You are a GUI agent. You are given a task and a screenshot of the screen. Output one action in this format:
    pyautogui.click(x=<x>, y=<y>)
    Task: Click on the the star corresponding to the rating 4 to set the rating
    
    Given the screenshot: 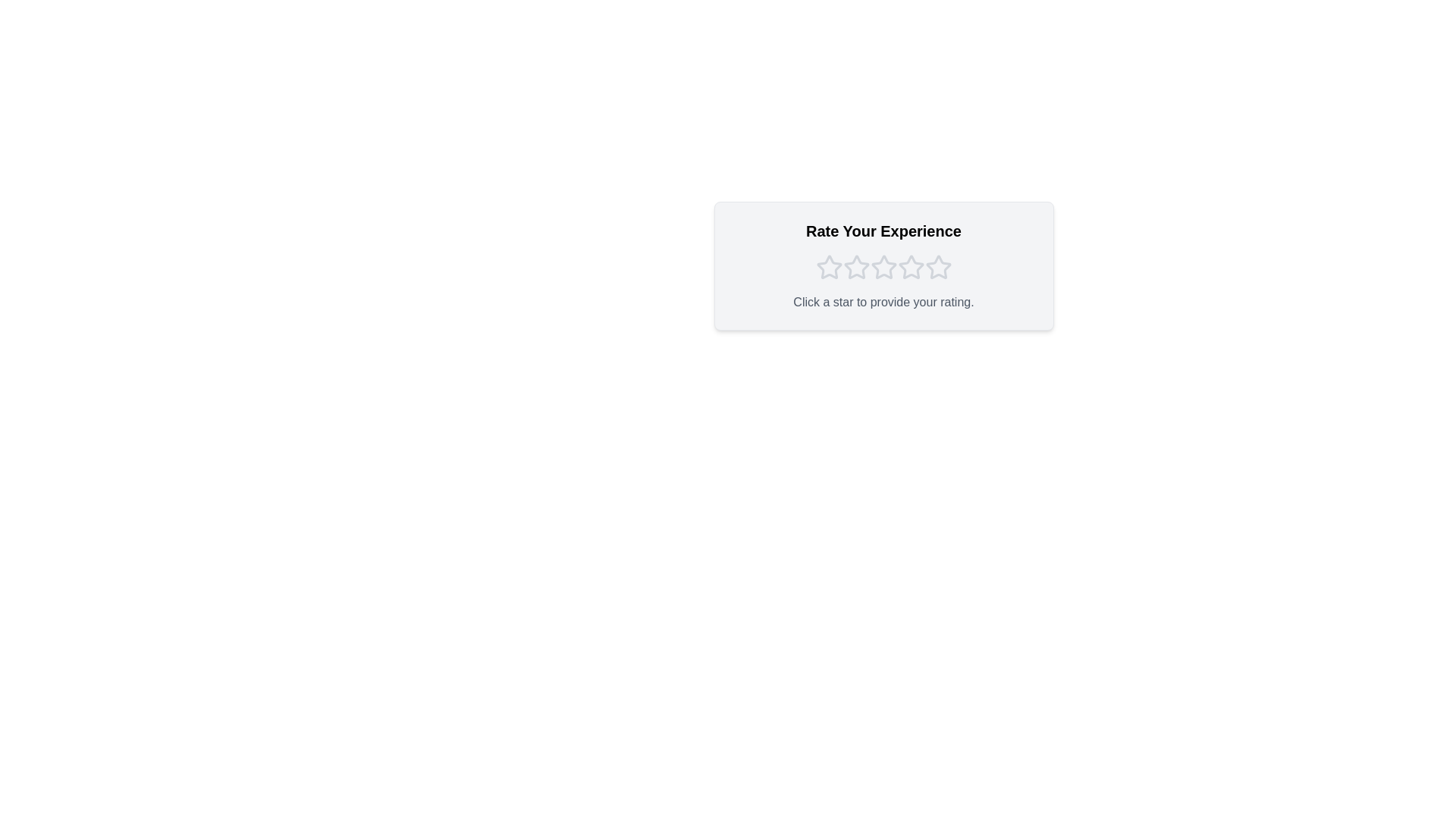 What is the action you would take?
    pyautogui.click(x=910, y=267)
    